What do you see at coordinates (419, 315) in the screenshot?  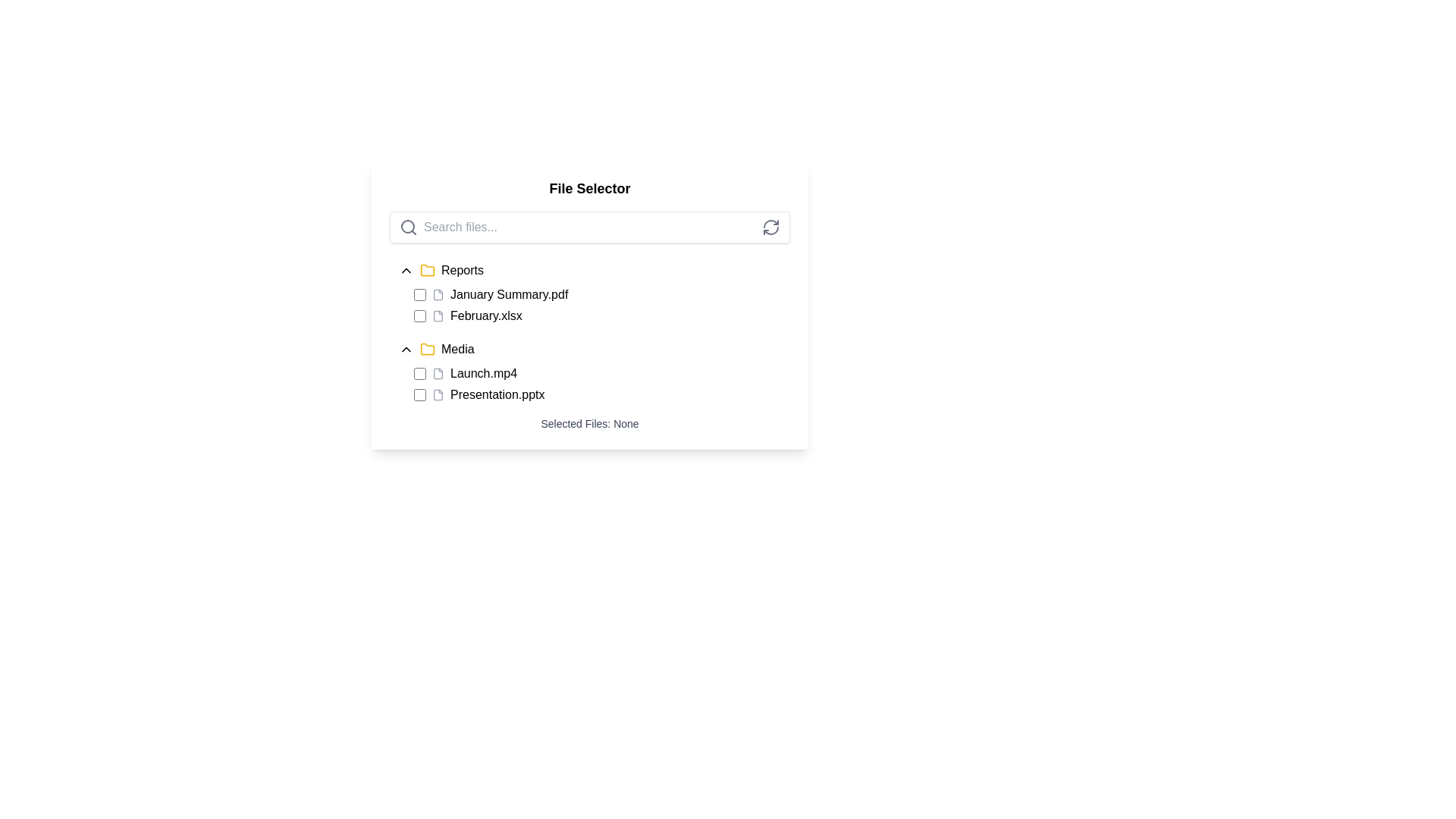 I see `the checkbox located at the beginning of the 'February.xlsx' file row` at bounding box center [419, 315].